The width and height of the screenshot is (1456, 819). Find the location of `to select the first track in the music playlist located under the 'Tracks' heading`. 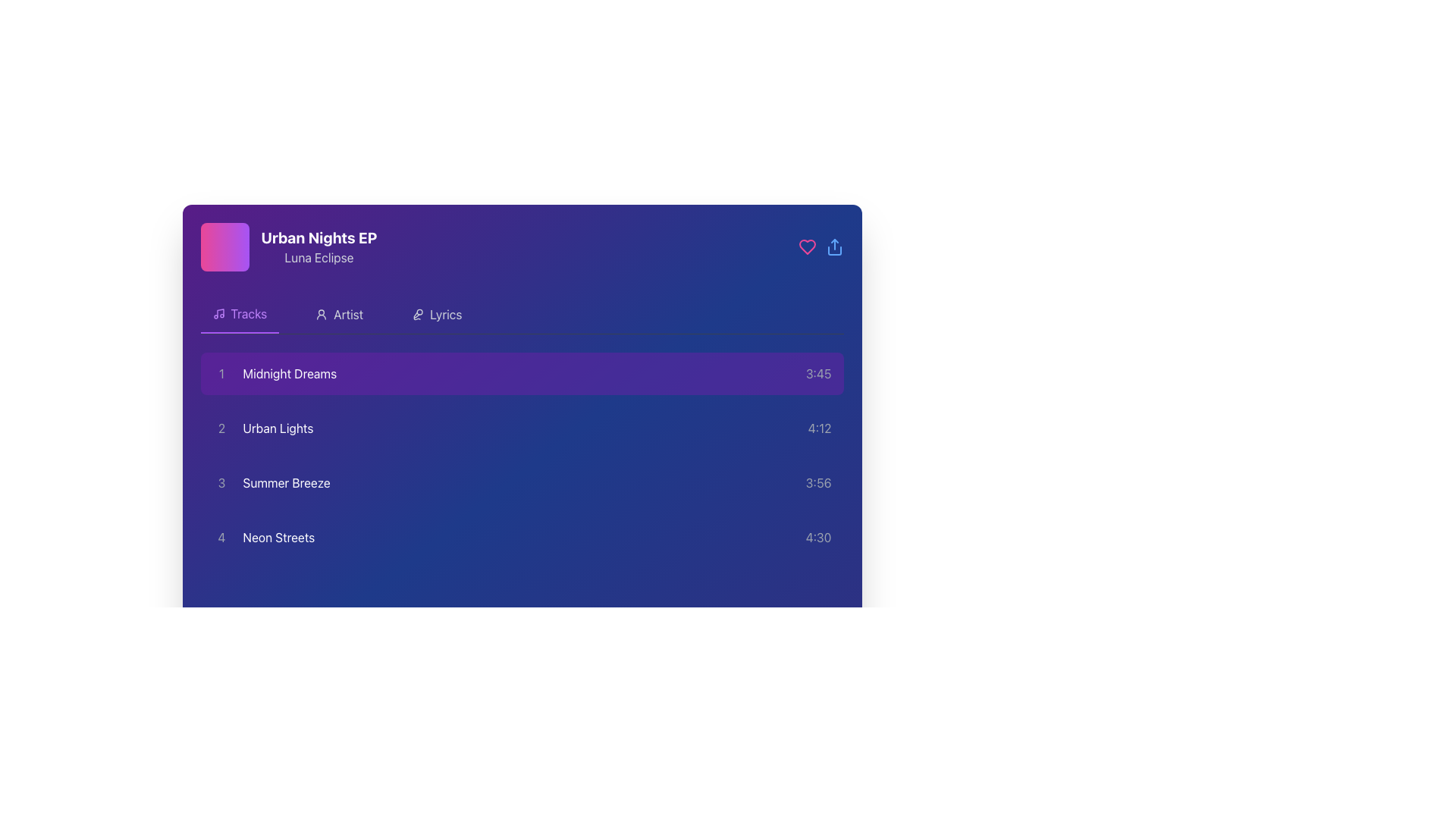

to select the first track in the music playlist located under the 'Tracks' heading is located at coordinates (275, 374).